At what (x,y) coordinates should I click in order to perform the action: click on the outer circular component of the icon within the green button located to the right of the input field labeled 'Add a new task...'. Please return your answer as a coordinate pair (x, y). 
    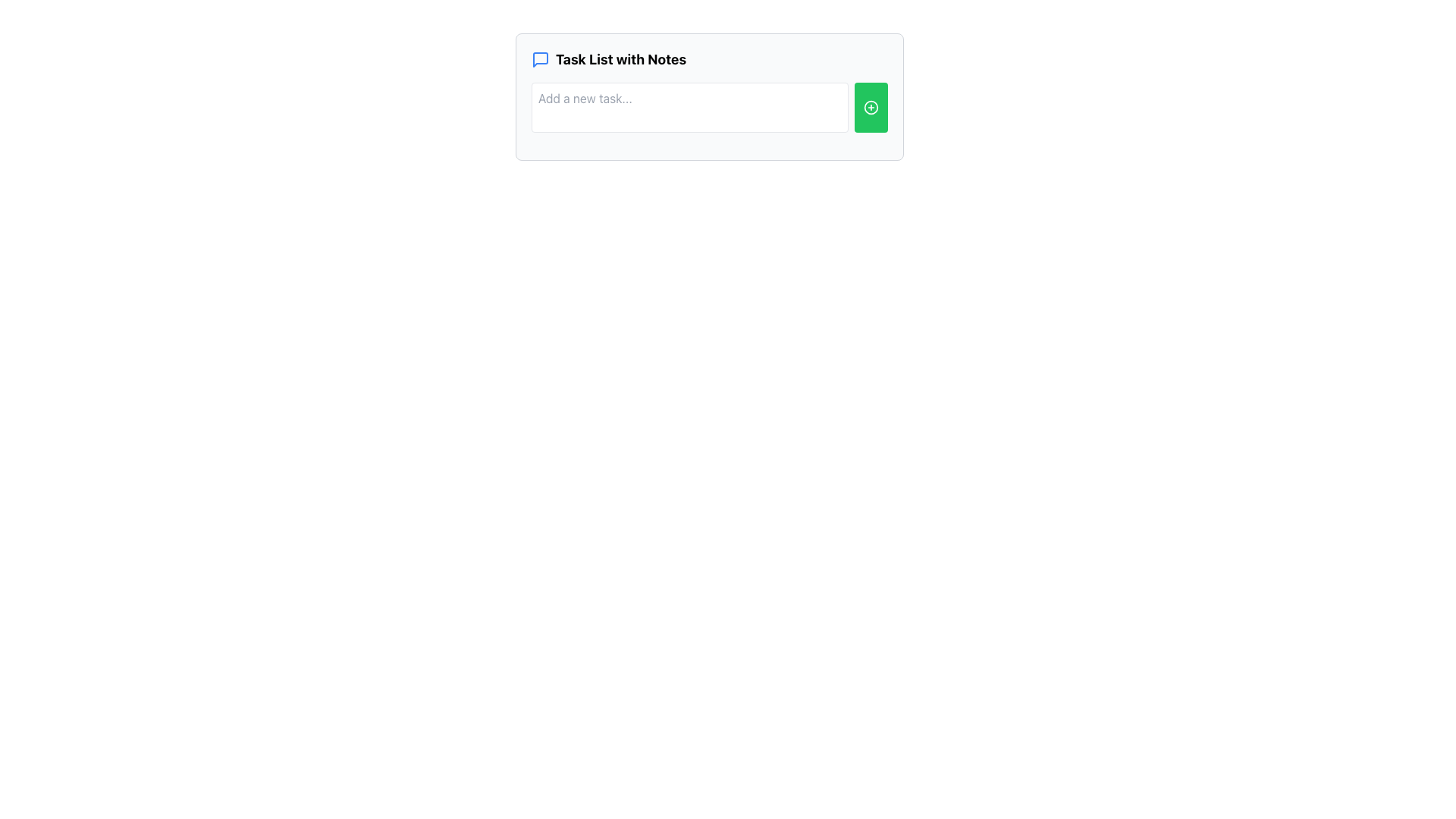
    Looking at the image, I should click on (871, 107).